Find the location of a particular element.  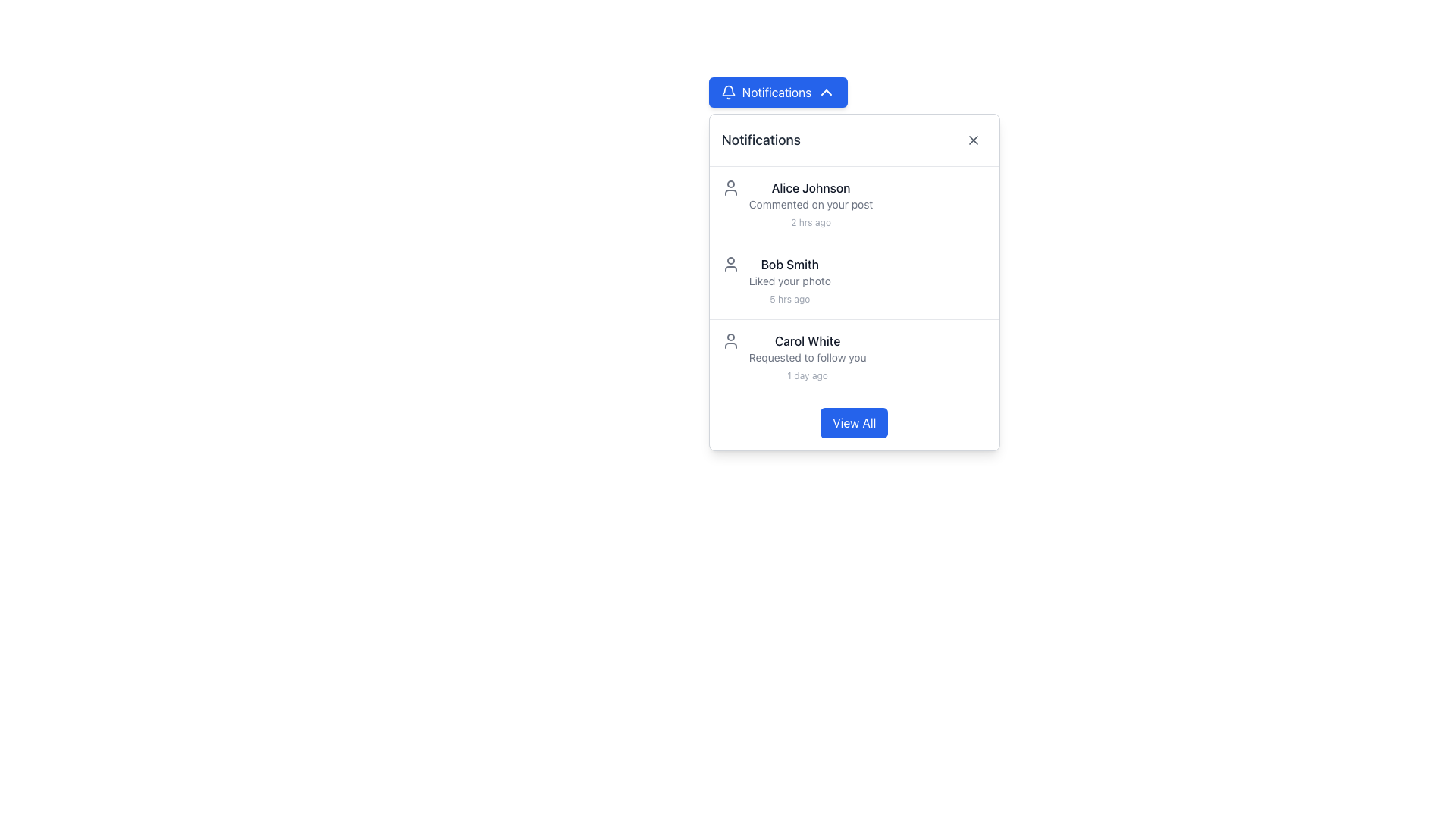

the chevron icon is located at coordinates (826, 93).